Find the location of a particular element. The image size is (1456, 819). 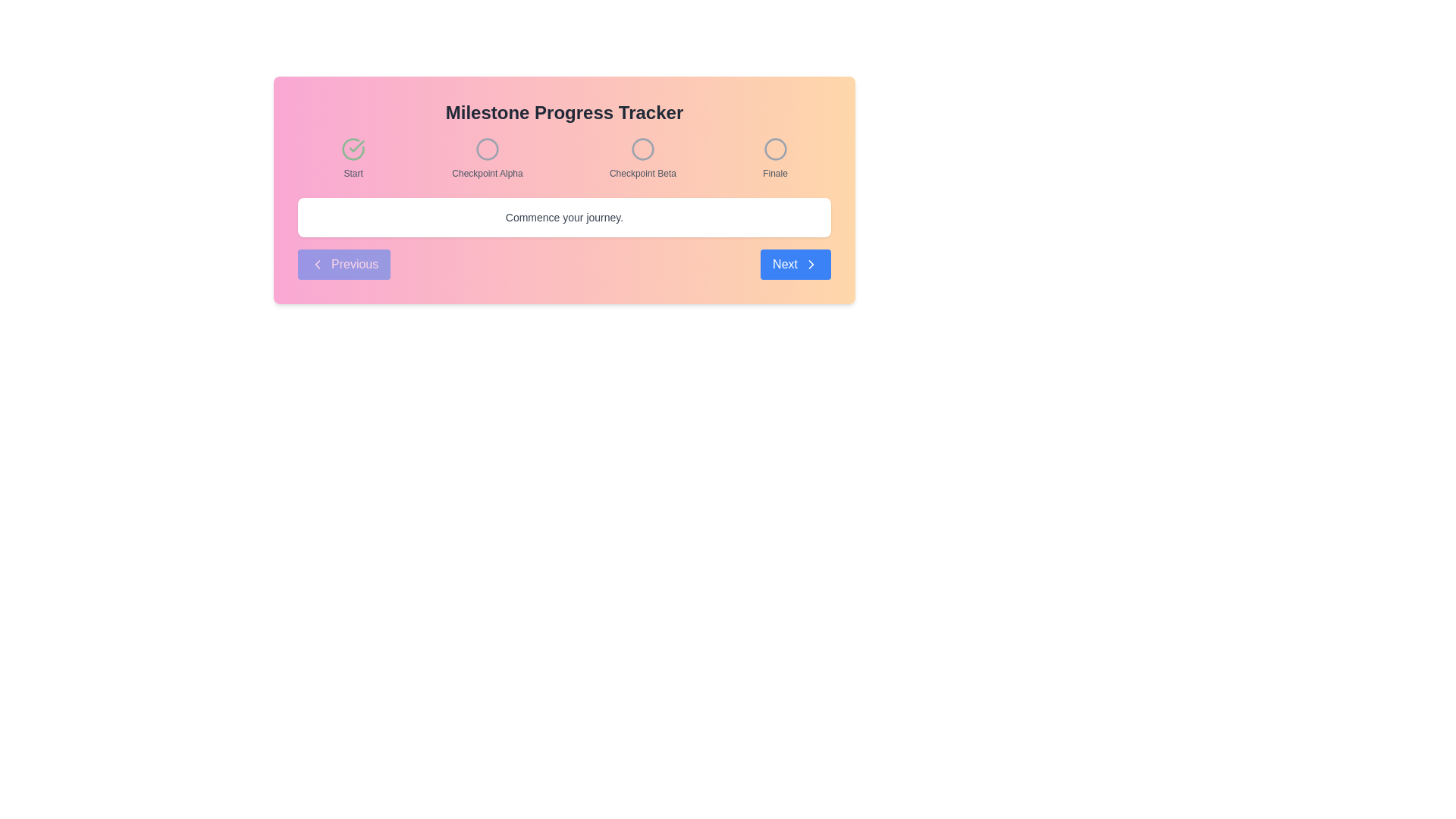

the 'Previous' button located on the left side of the navigation group near the bottom of the panel is located at coordinates (344, 263).